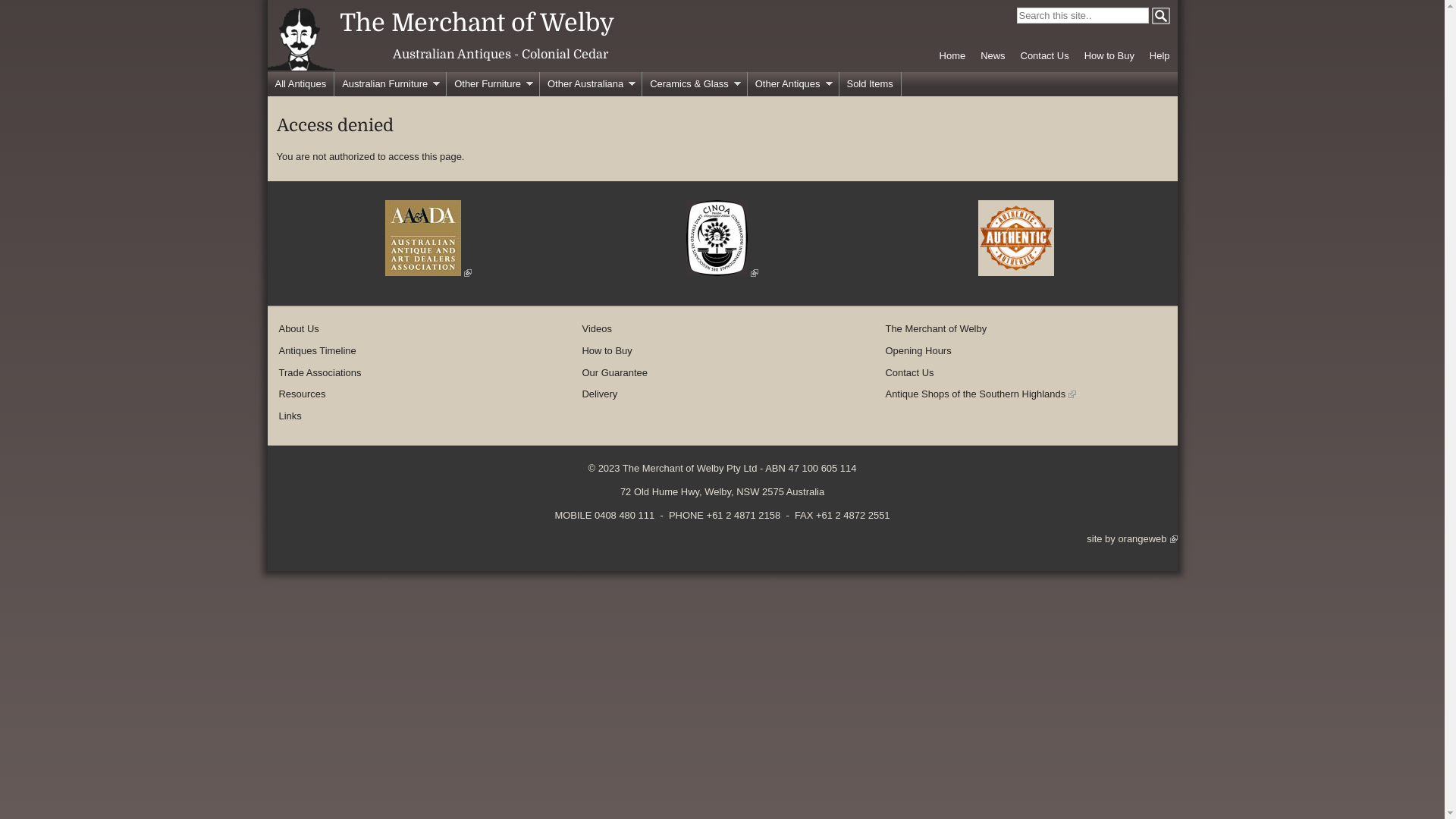 Image resolution: width=1456 pixels, height=819 pixels. I want to click on 'Our Guarantee', so click(615, 372).